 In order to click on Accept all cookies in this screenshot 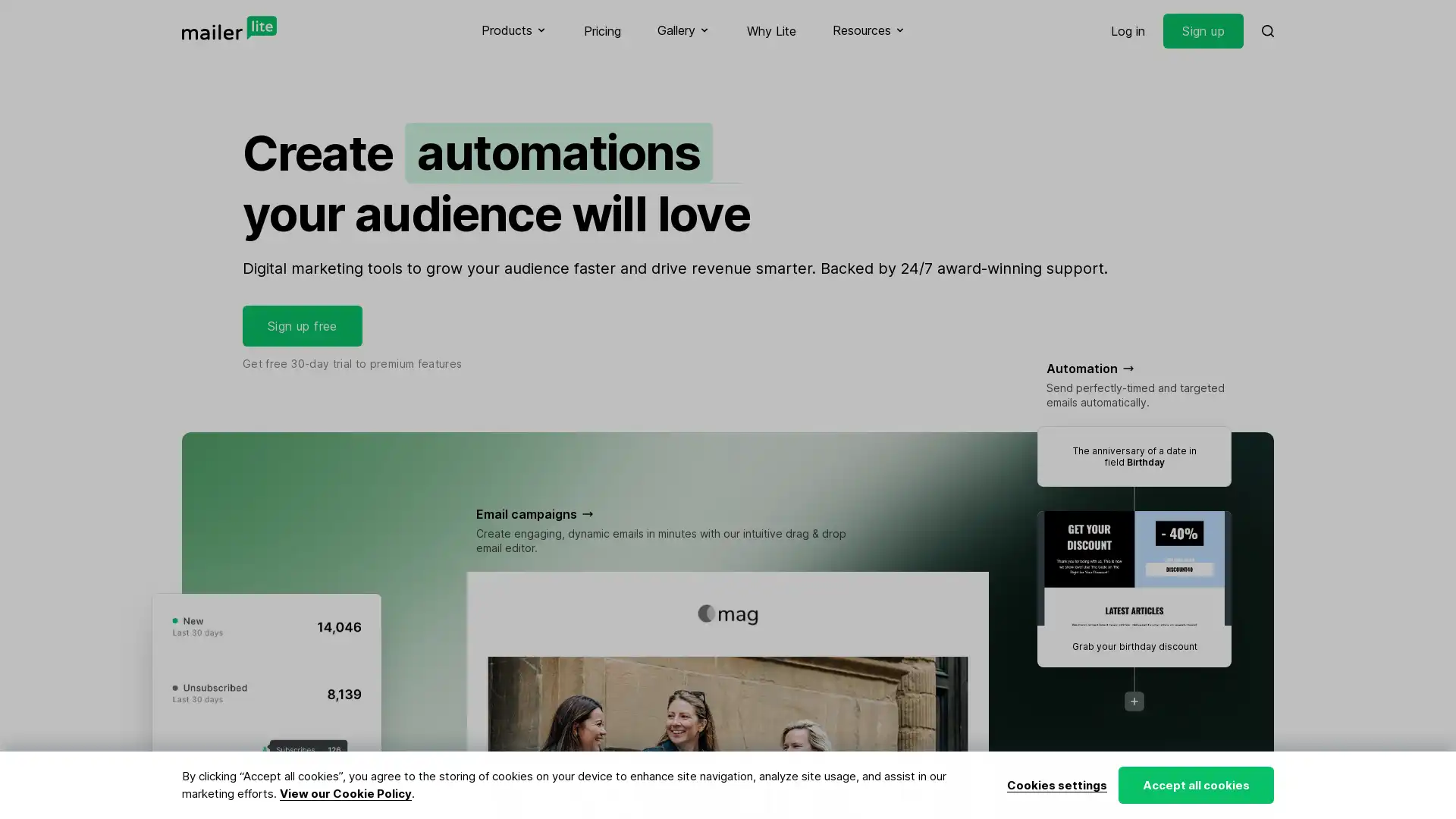, I will do `click(1195, 785)`.